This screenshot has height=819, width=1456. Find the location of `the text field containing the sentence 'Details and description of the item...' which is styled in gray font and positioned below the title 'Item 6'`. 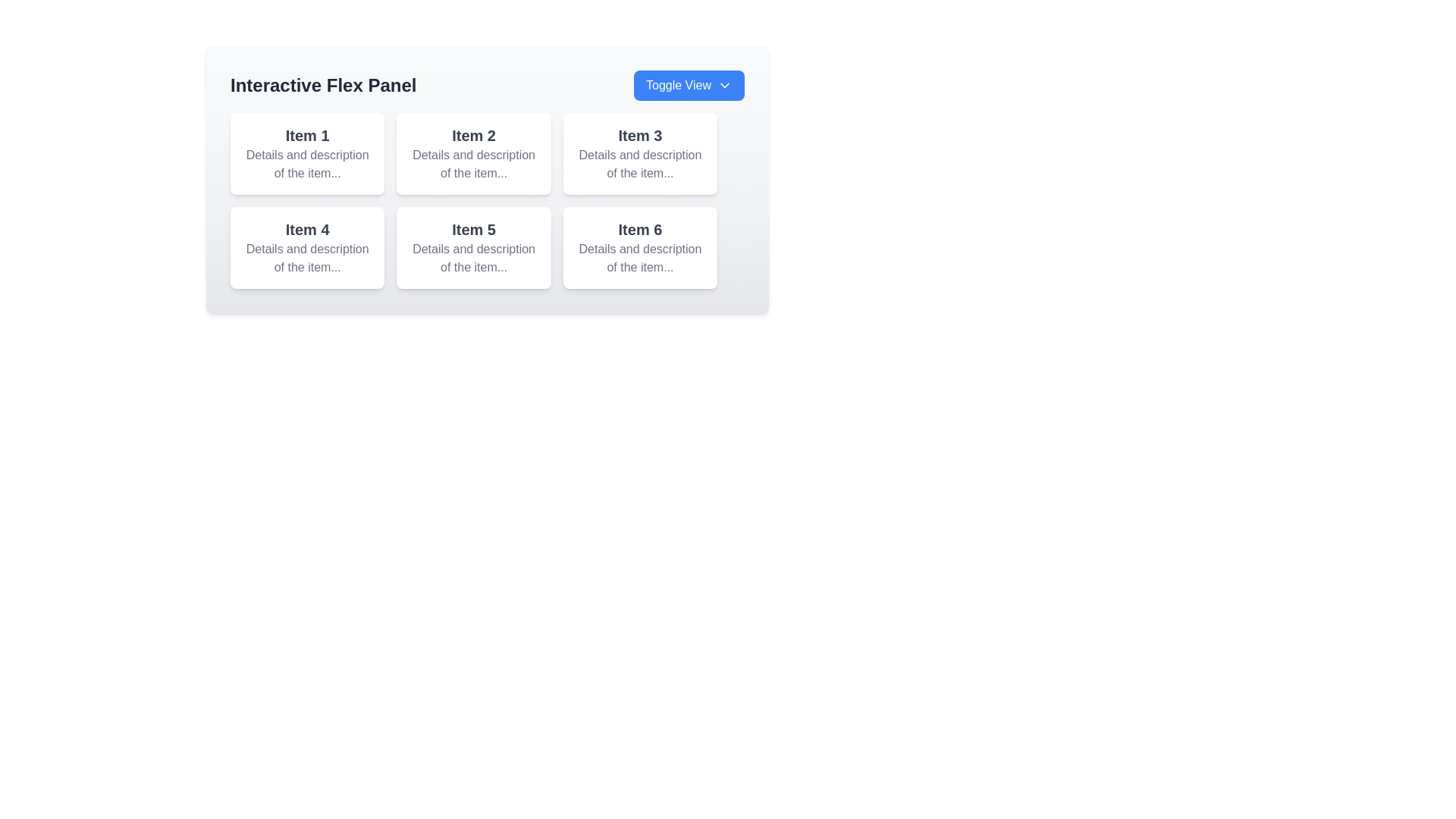

the text field containing the sentence 'Details and description of the item...' which is styled in gray font and positioned below the title 'Item 6' is located at coordinates (640, 257).